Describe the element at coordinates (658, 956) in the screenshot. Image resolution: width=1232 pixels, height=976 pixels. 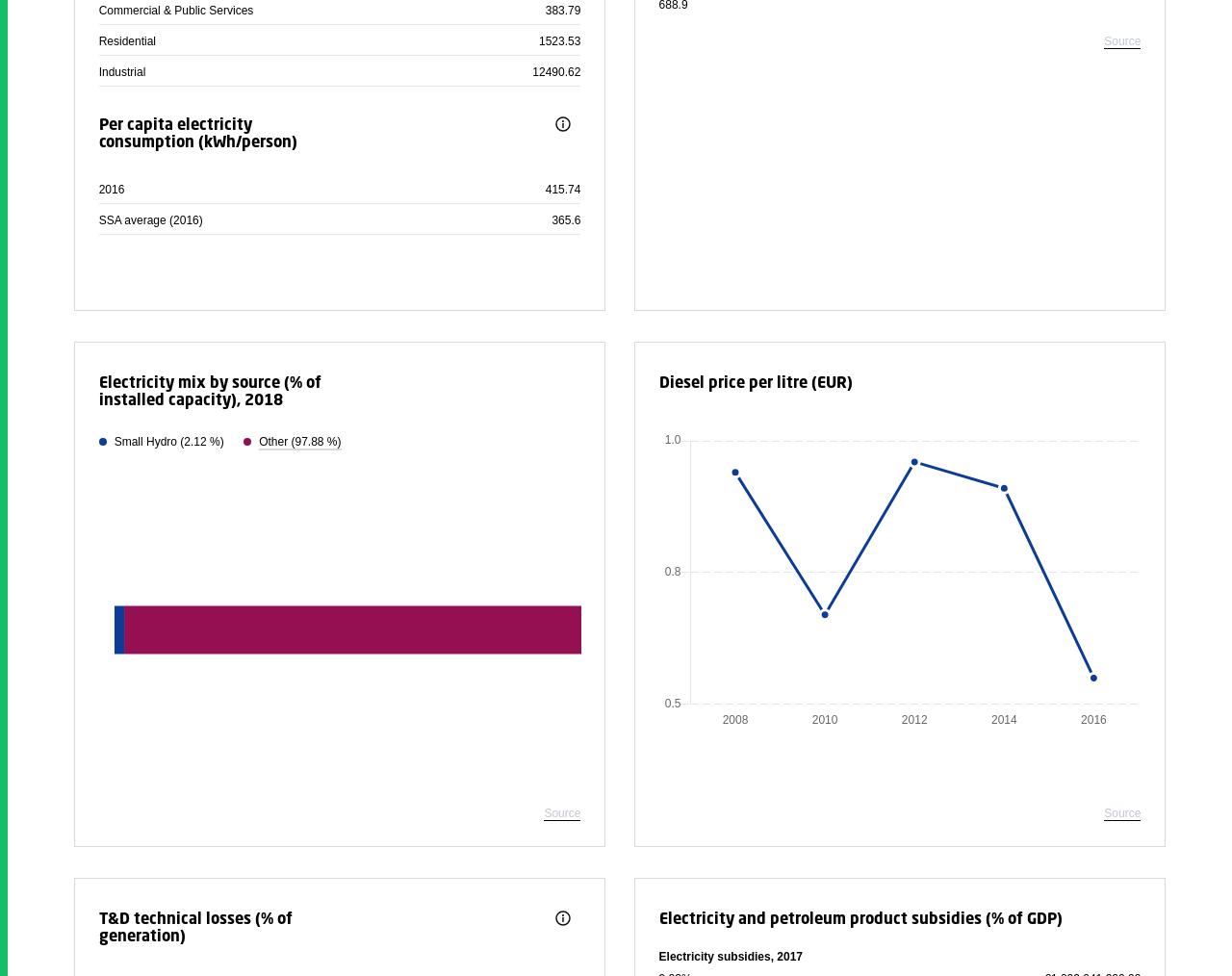
I see `'Electricity subsidies, 2017'` at that location.